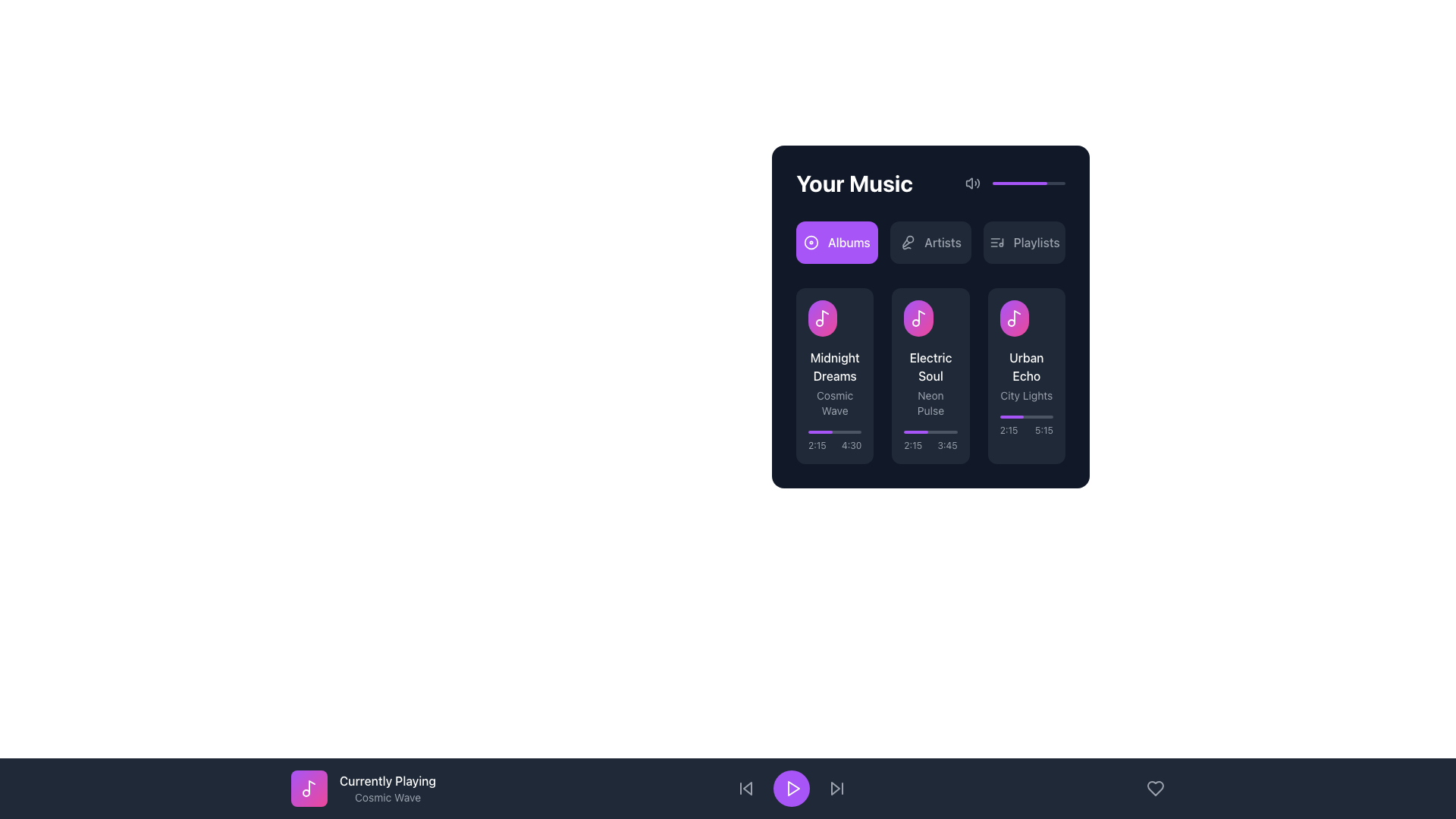 Image resolution: width=1456 pixels, height=819 pixels. What do you see at coordinates (1026, 394) in the screenshot?
I see `the static text that serves as a subtitle or secondary description, located directly below the 'Urban Echo' title in the bottom-middle section of the third music item card` at bounding box center [1026, 394].